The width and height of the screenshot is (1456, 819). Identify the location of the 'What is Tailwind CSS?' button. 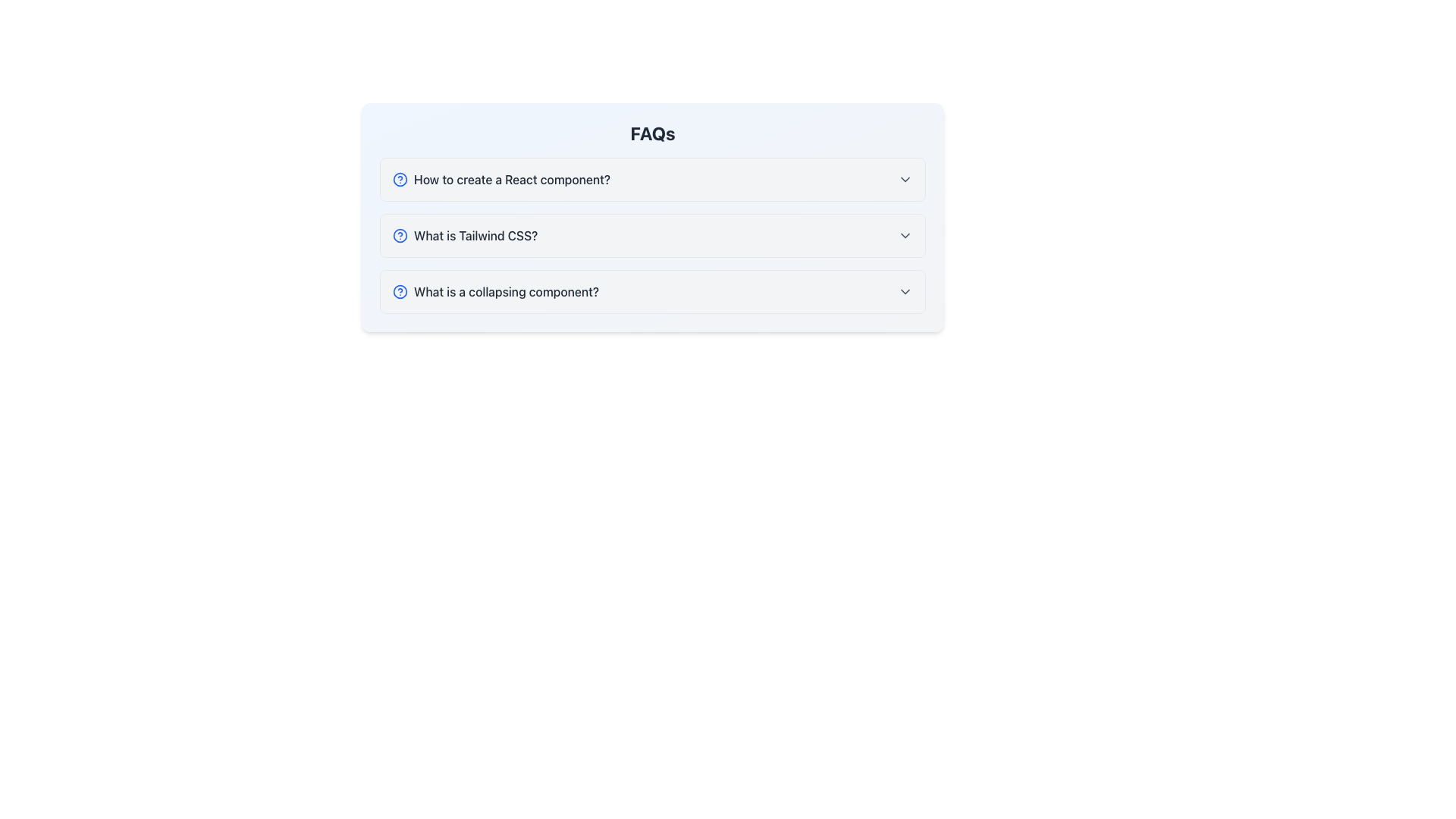
(652, 236).